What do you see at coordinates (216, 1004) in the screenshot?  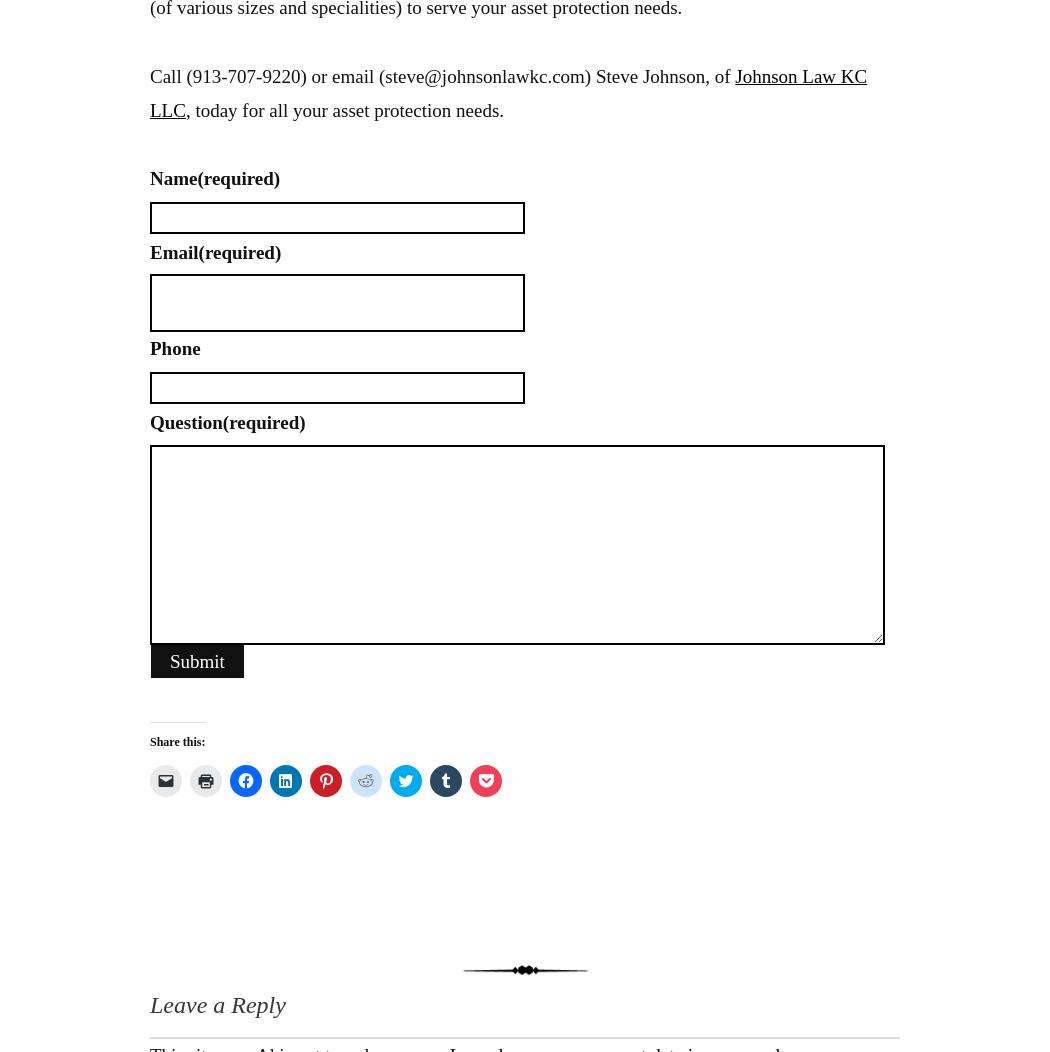 I see `'Leave a Reply'` at bounding box center [216, 1004].